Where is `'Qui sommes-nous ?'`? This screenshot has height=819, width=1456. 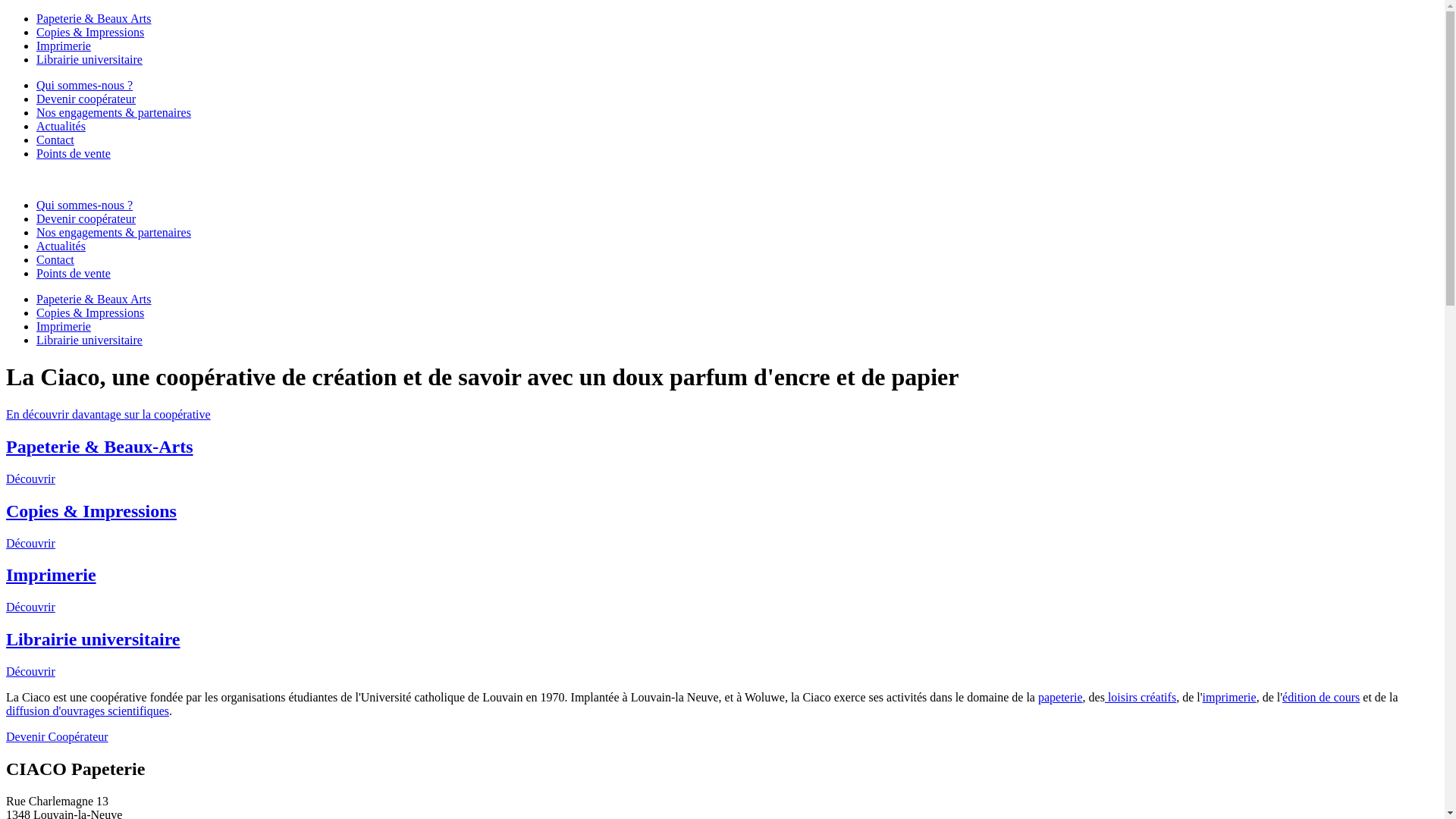
'Qui sommes-nous ?' is located at coordinates (83, 205).